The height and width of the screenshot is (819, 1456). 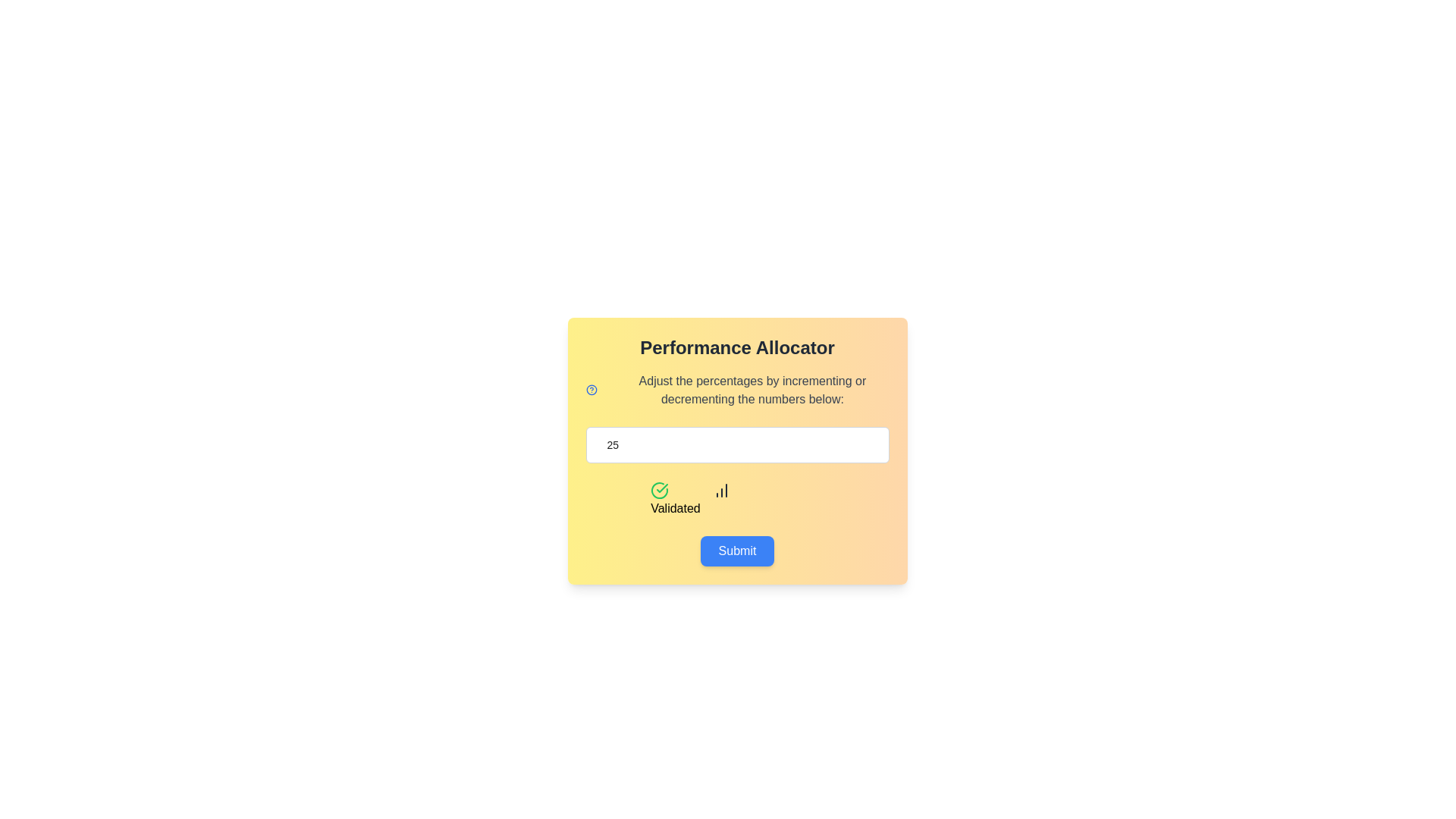 I want to click on the instructional static text block located below the 'Performance Allocator' heading, which guides users on the numeric input field below, so click(x=752, y=390).